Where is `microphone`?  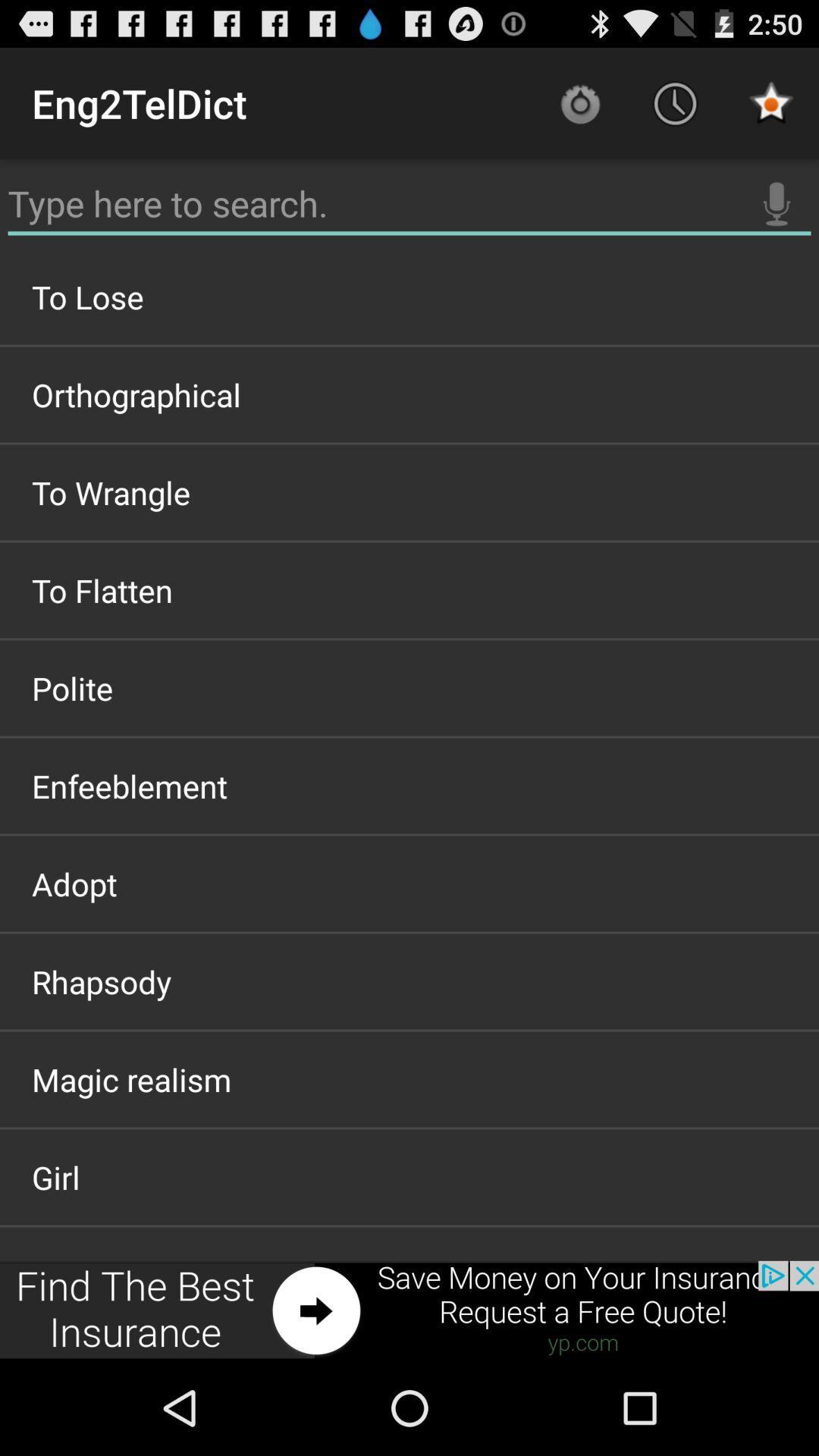
microphone is located at coordinates (777, 203).